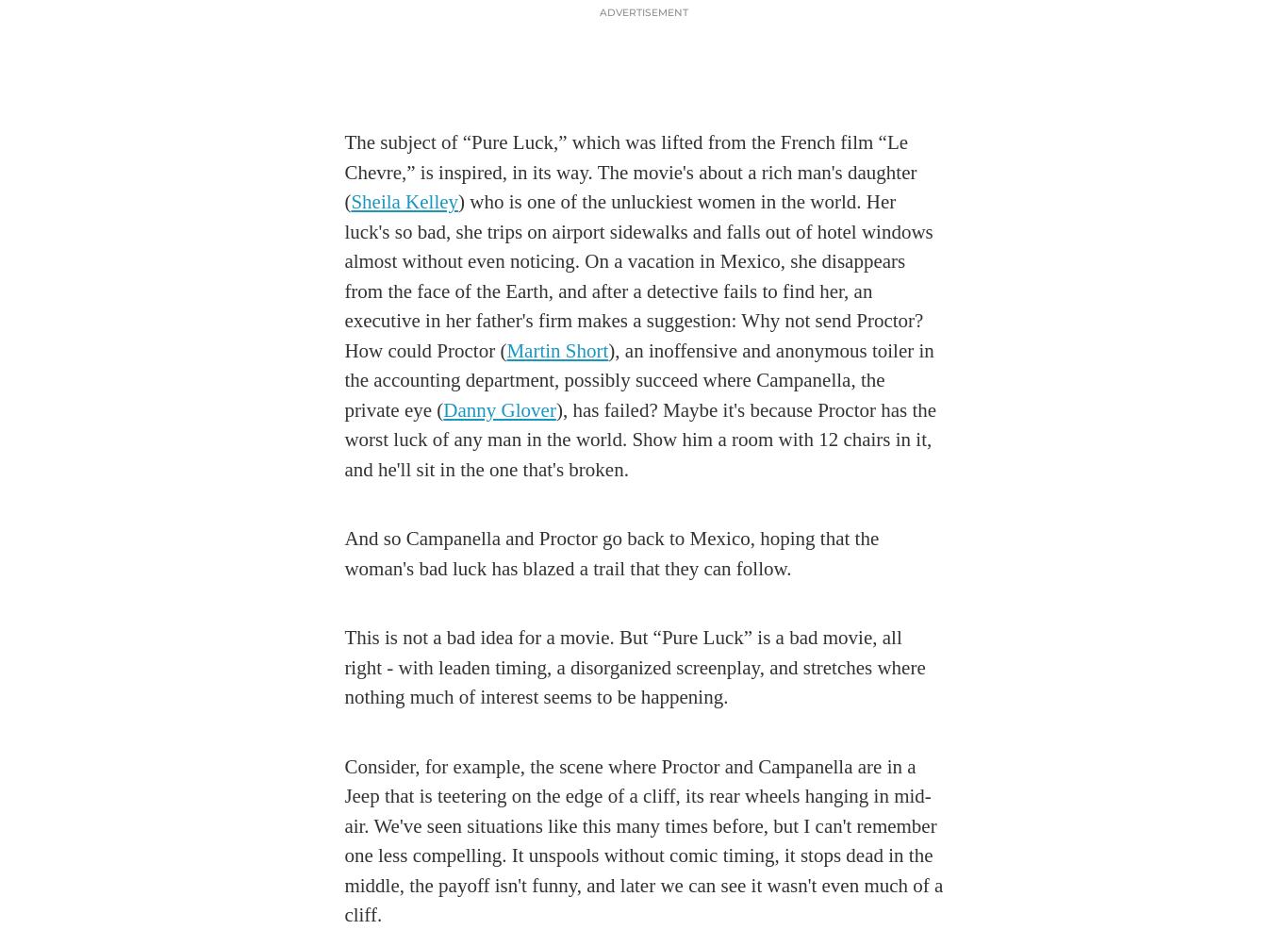 The height and width of the screenshot is (930, 1288). What do you see at coordinates (342, 171) in the screenshot?
I see `'The subject of “Pure Luck,” which was lifted from the French film “Le Chevre,” is inspired, in its way. The movie's about a rich man's daughter ('` at bounding box center [342, 171].